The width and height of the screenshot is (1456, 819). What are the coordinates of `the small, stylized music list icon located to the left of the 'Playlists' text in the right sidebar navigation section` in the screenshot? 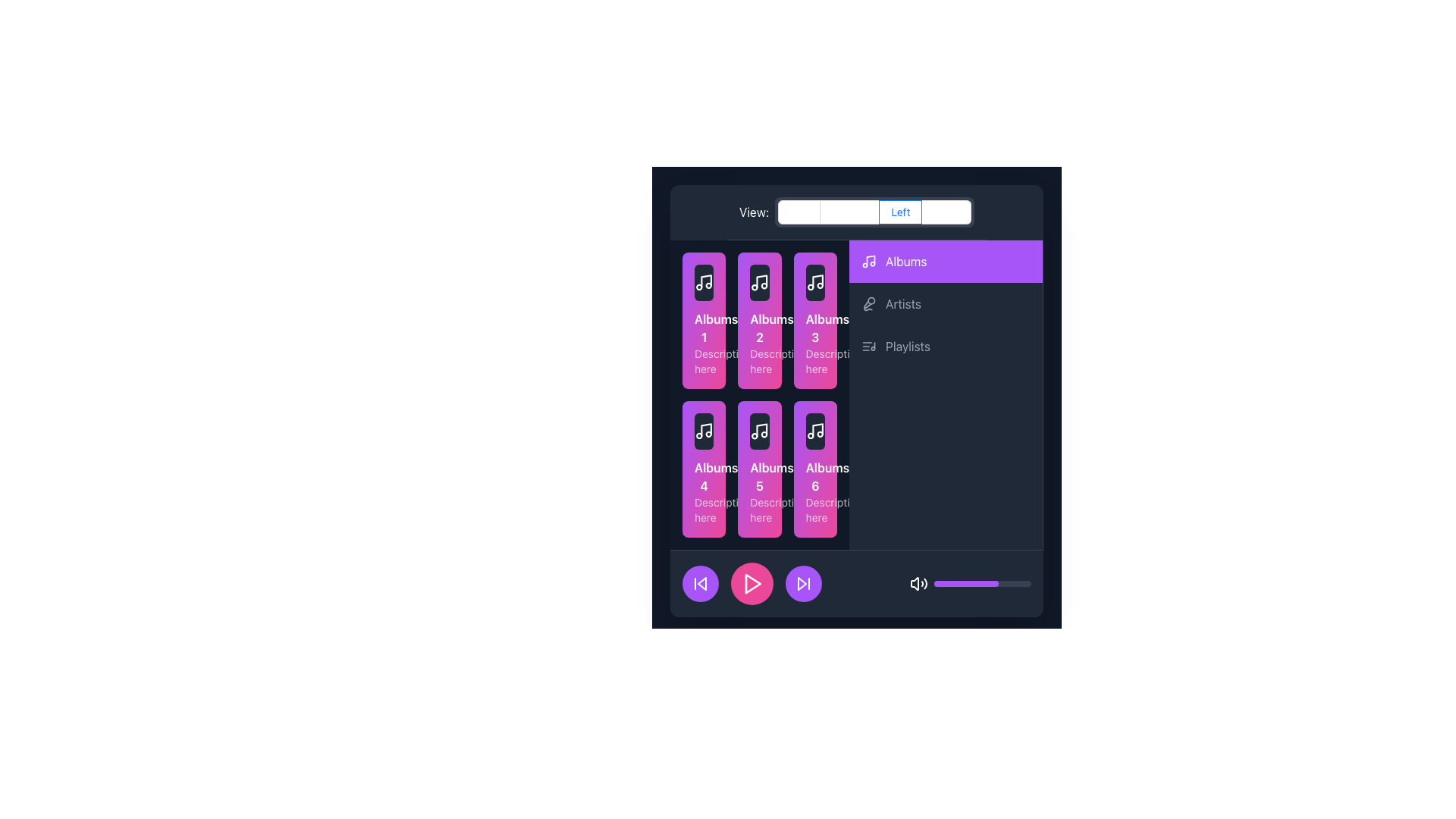 It's located at (869, 346).